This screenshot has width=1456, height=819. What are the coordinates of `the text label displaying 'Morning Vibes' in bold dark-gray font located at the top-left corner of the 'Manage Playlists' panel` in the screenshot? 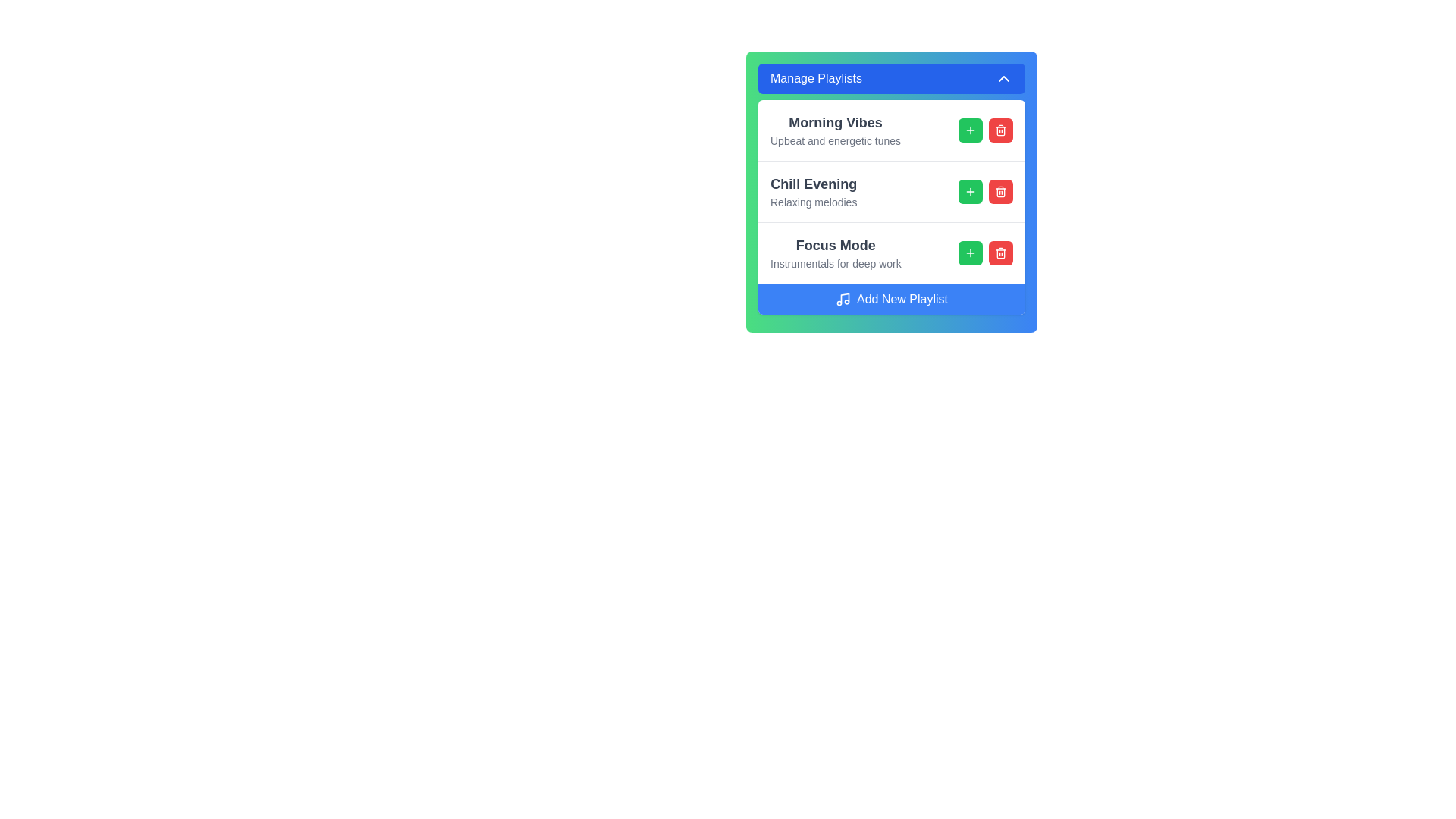 It's located at (835, 122).